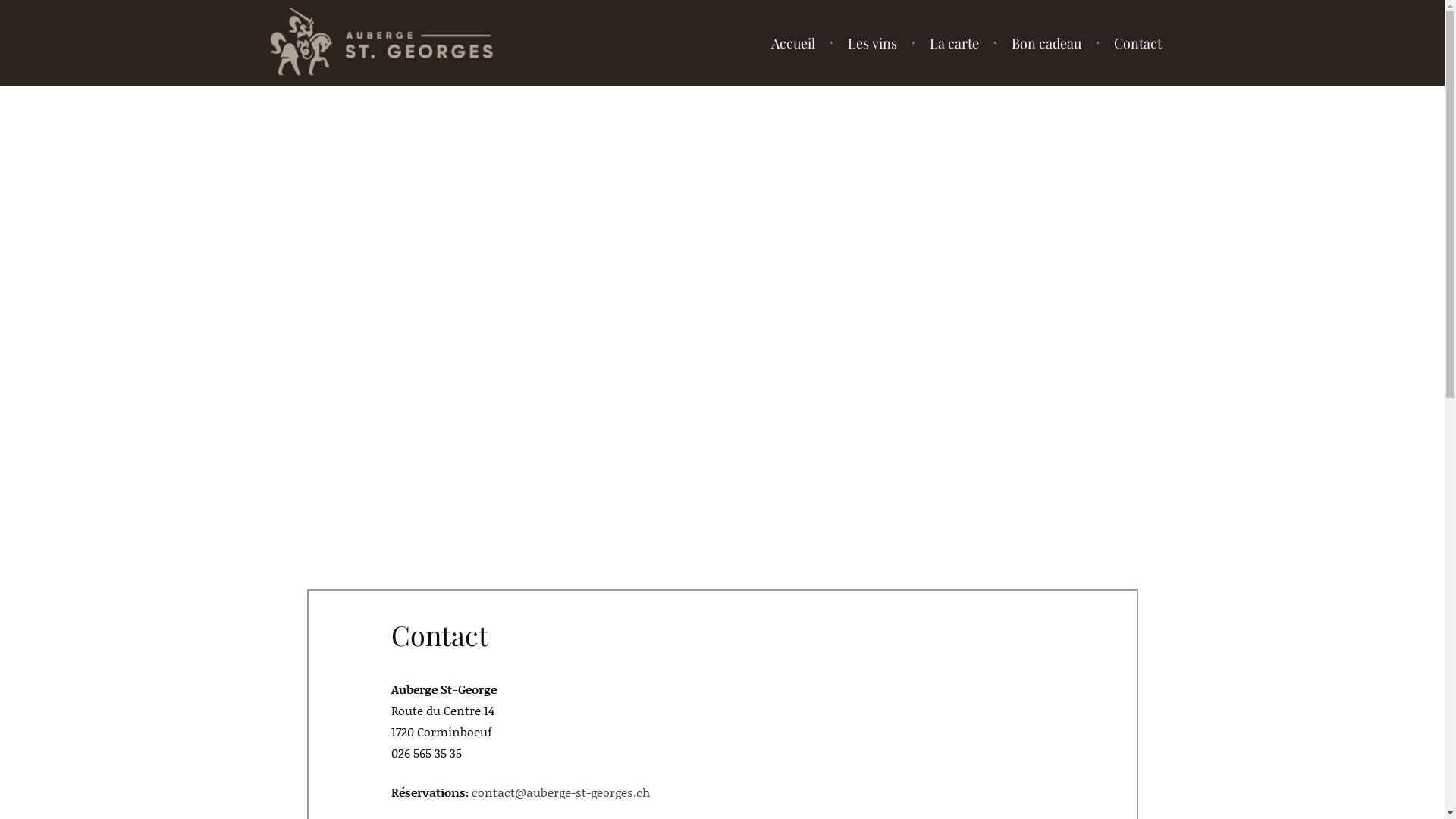 The width and height of the screenshot is (1456, 819). I want to click on 'Accueil', so click(792, 42).